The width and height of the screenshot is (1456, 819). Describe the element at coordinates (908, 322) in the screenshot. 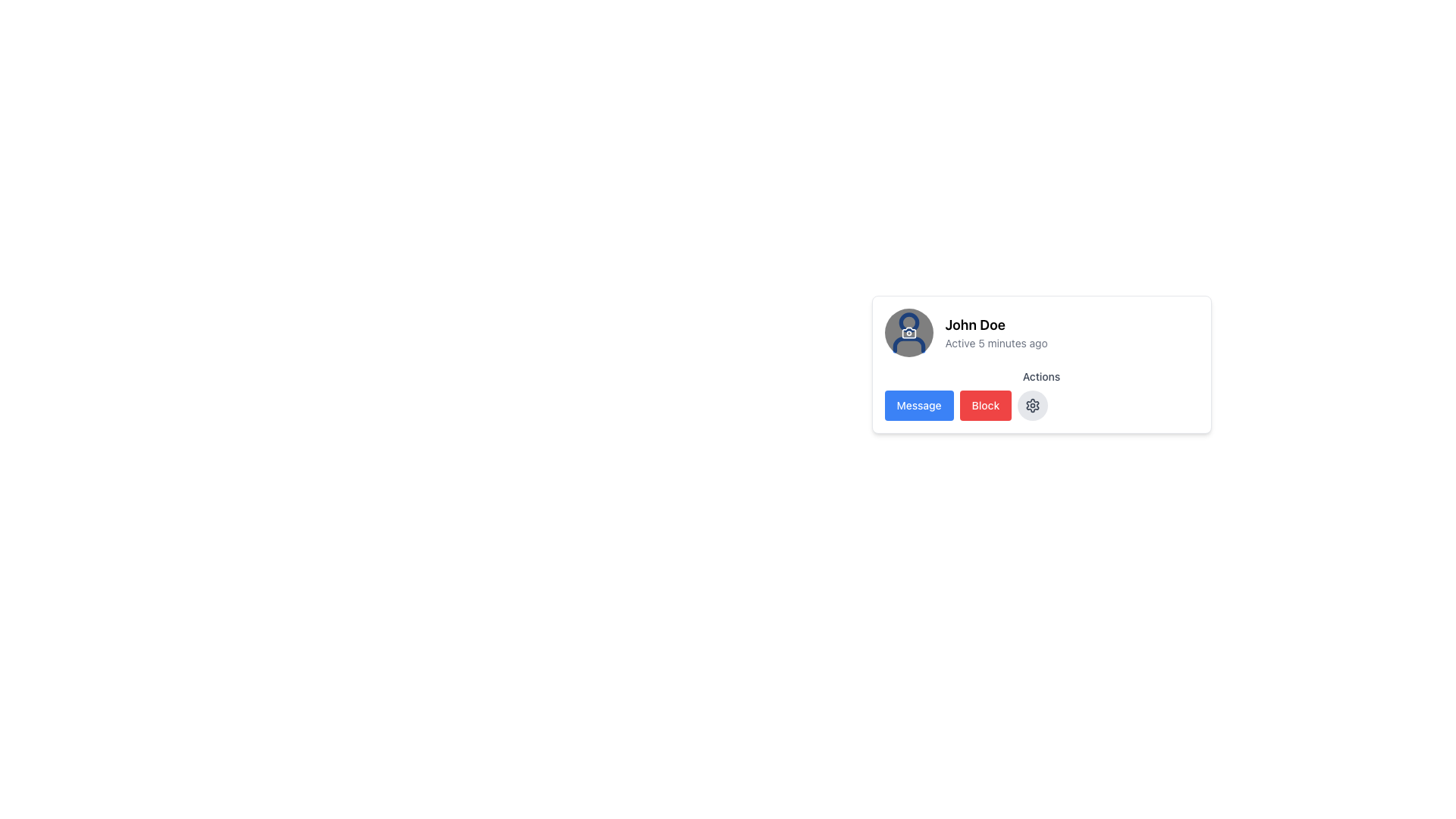

I see `the small circular user profile icon, which is dark blue and located at the top of the user profile card, centered above the text section` at that location.